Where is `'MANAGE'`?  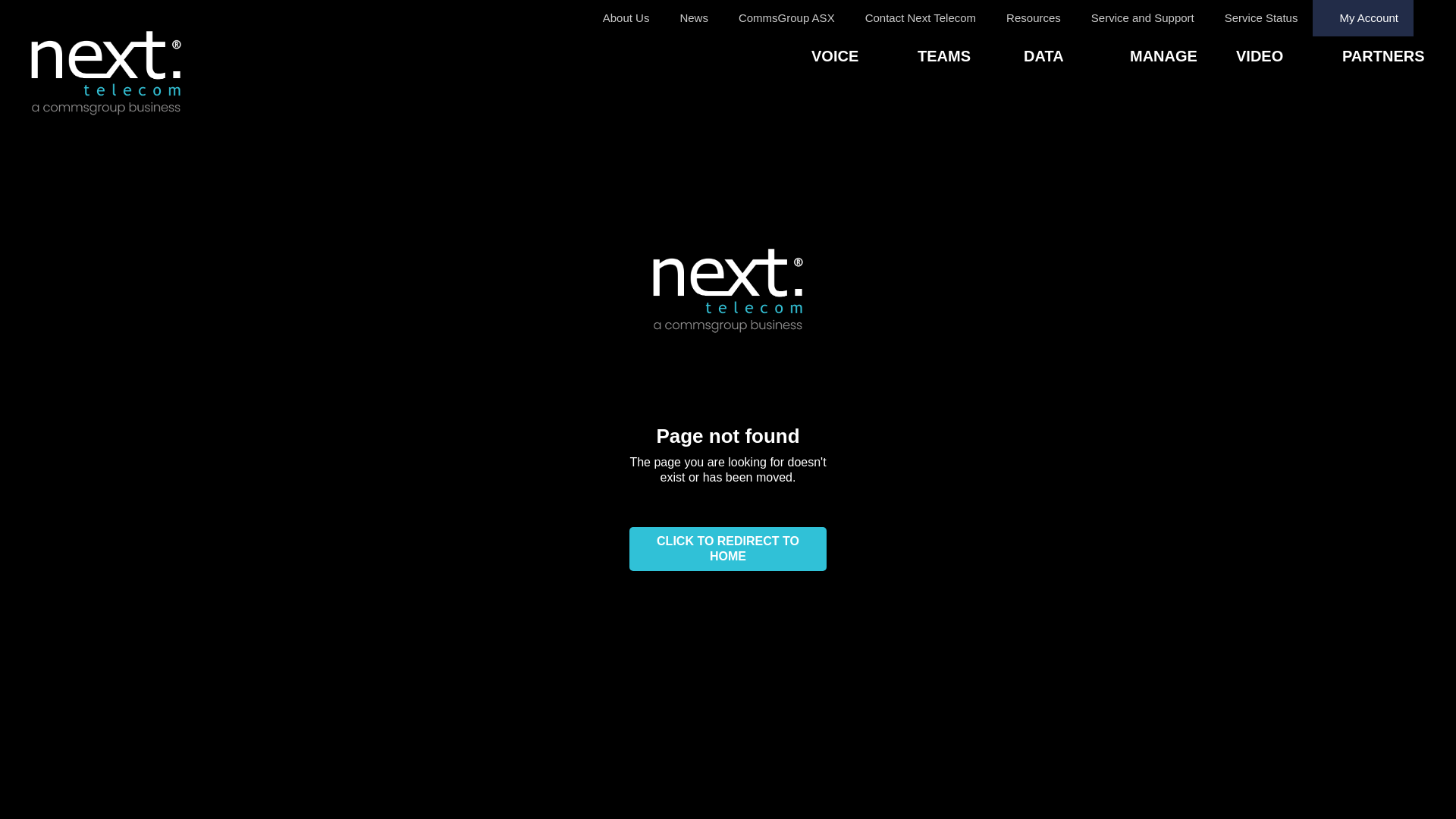 'MANAGE' is located at coordinates (1129, 57).